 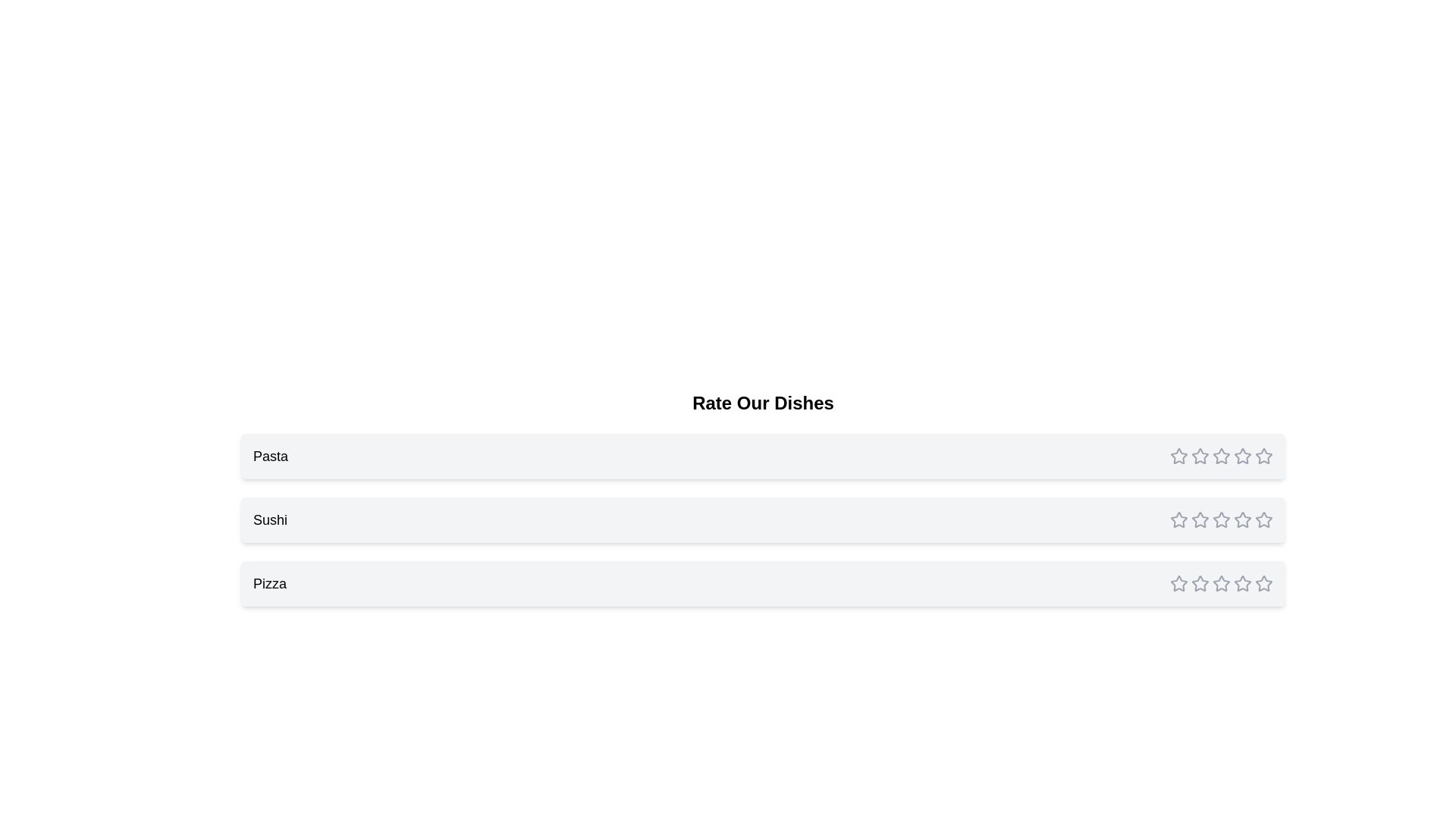 What do you see at coordinates (1178, 582) in the screenshot?
I see `the first rating star icon in the 'Pizza' rating row to change its visual state` at bounding box center [1178, 582].